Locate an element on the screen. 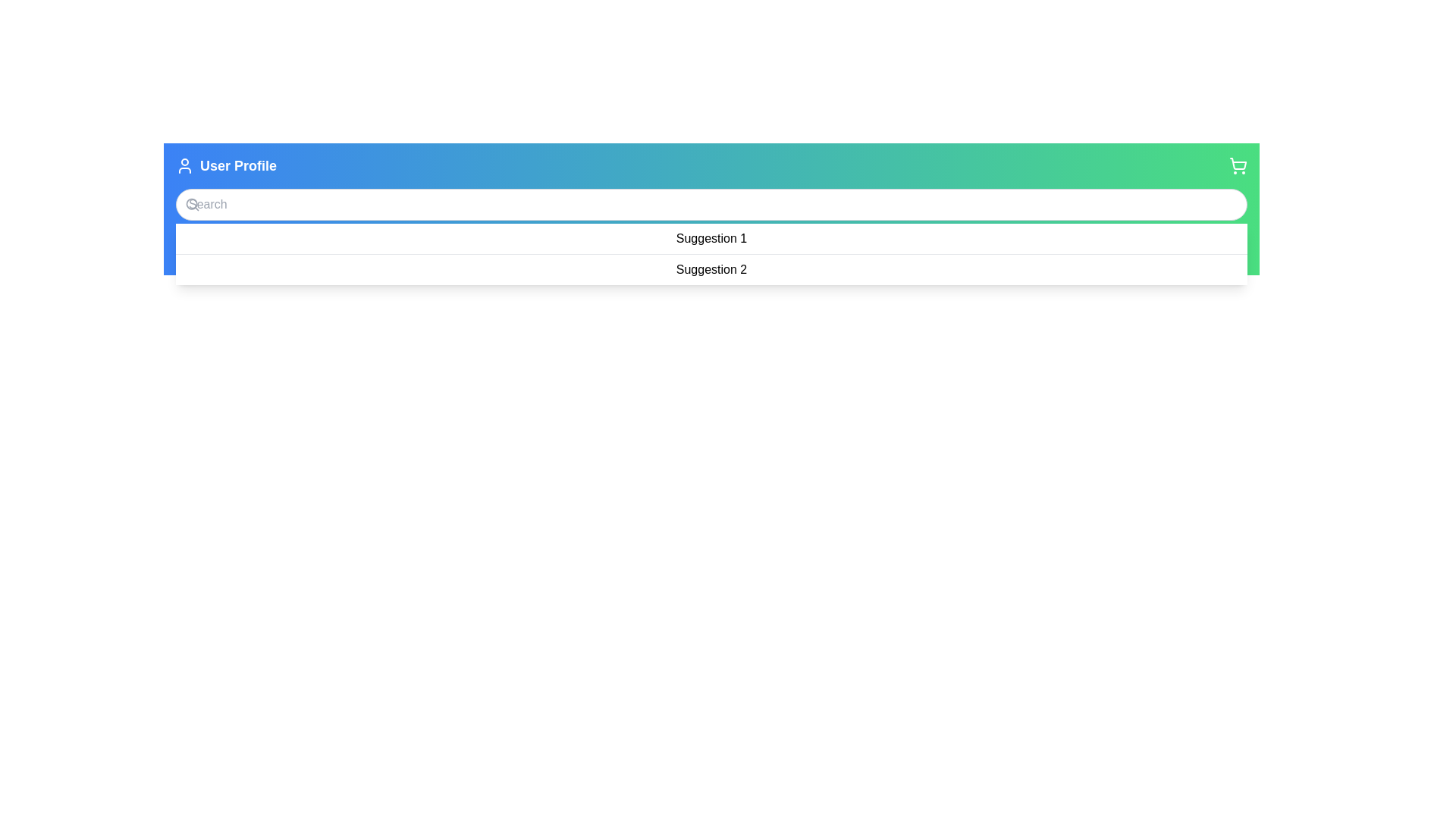  the magnifying glass icon located inside the search field, which indicates the search functionality of the input field is located at coordinates (192, 205).